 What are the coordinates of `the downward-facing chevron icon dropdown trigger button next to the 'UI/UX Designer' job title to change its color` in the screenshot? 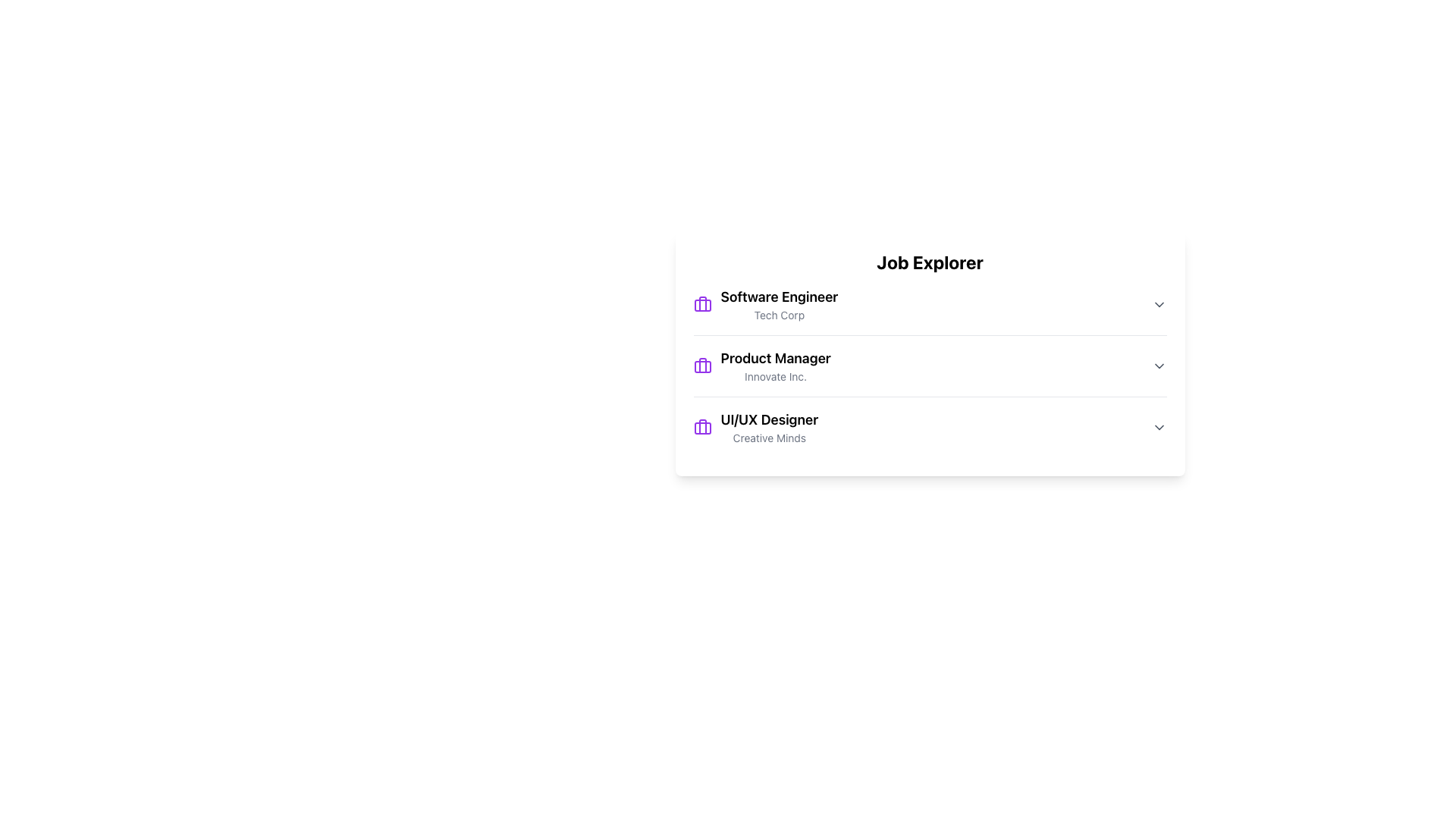 It's located at (1158, 427).